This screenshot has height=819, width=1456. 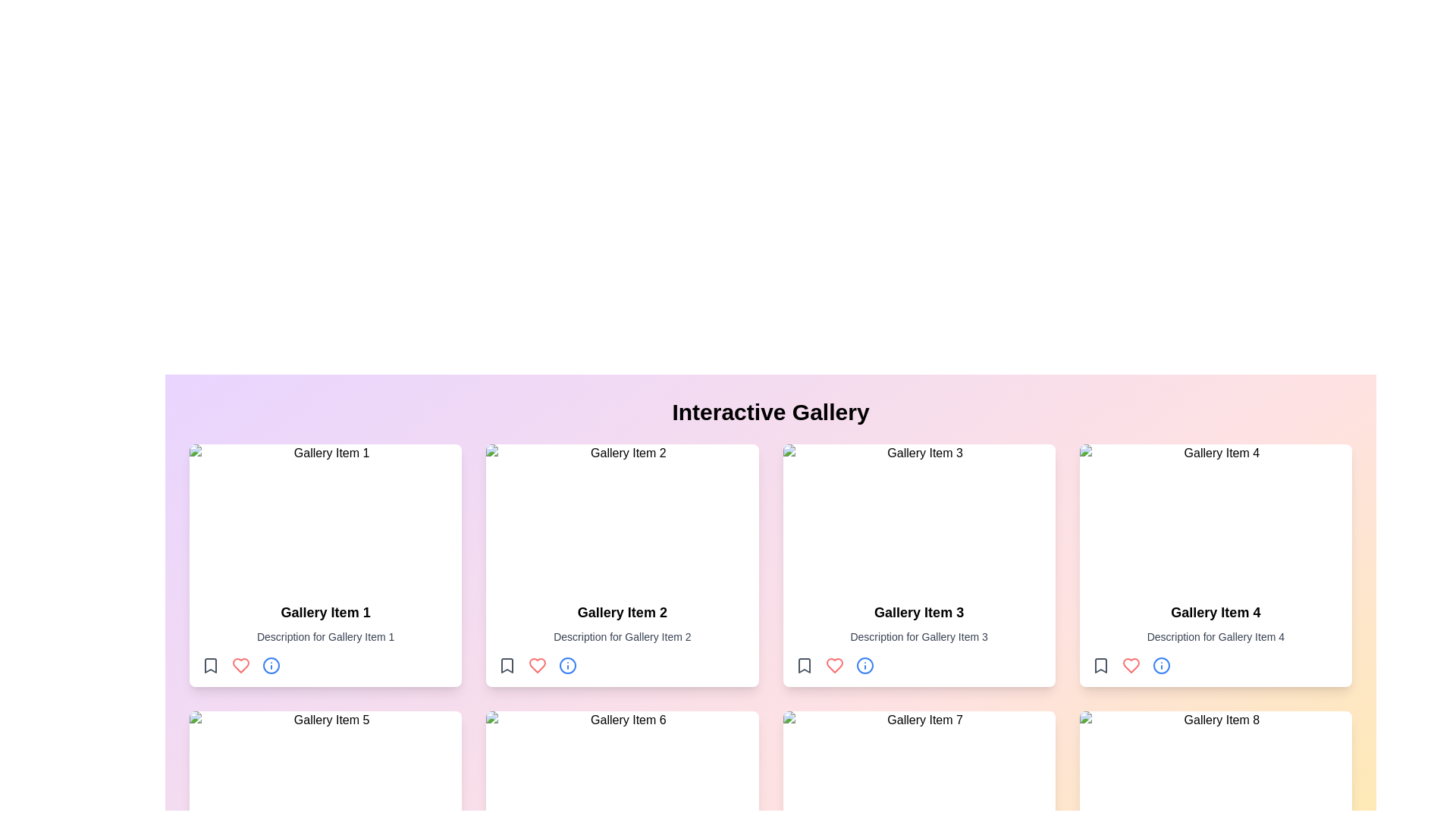 What do you see at coordinates (210, 665) in the screenshot?
I see `the bookmark icon located in the bottom-left corner of the first card in the grid layout` at bounding box center [210, 665].